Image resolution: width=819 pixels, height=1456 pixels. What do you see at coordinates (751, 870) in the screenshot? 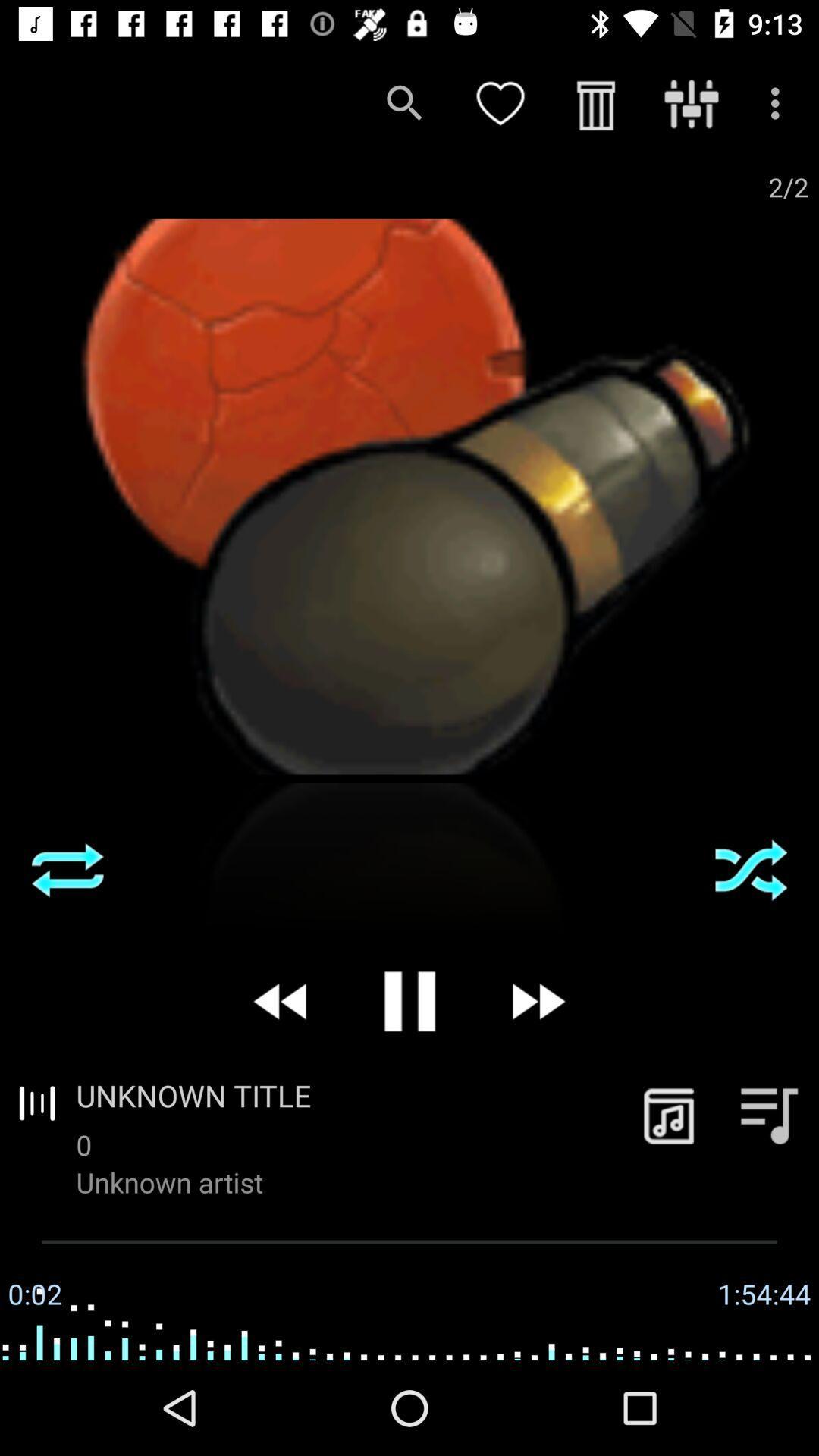
I see `the item on the right` at bounding box center [751, 870].